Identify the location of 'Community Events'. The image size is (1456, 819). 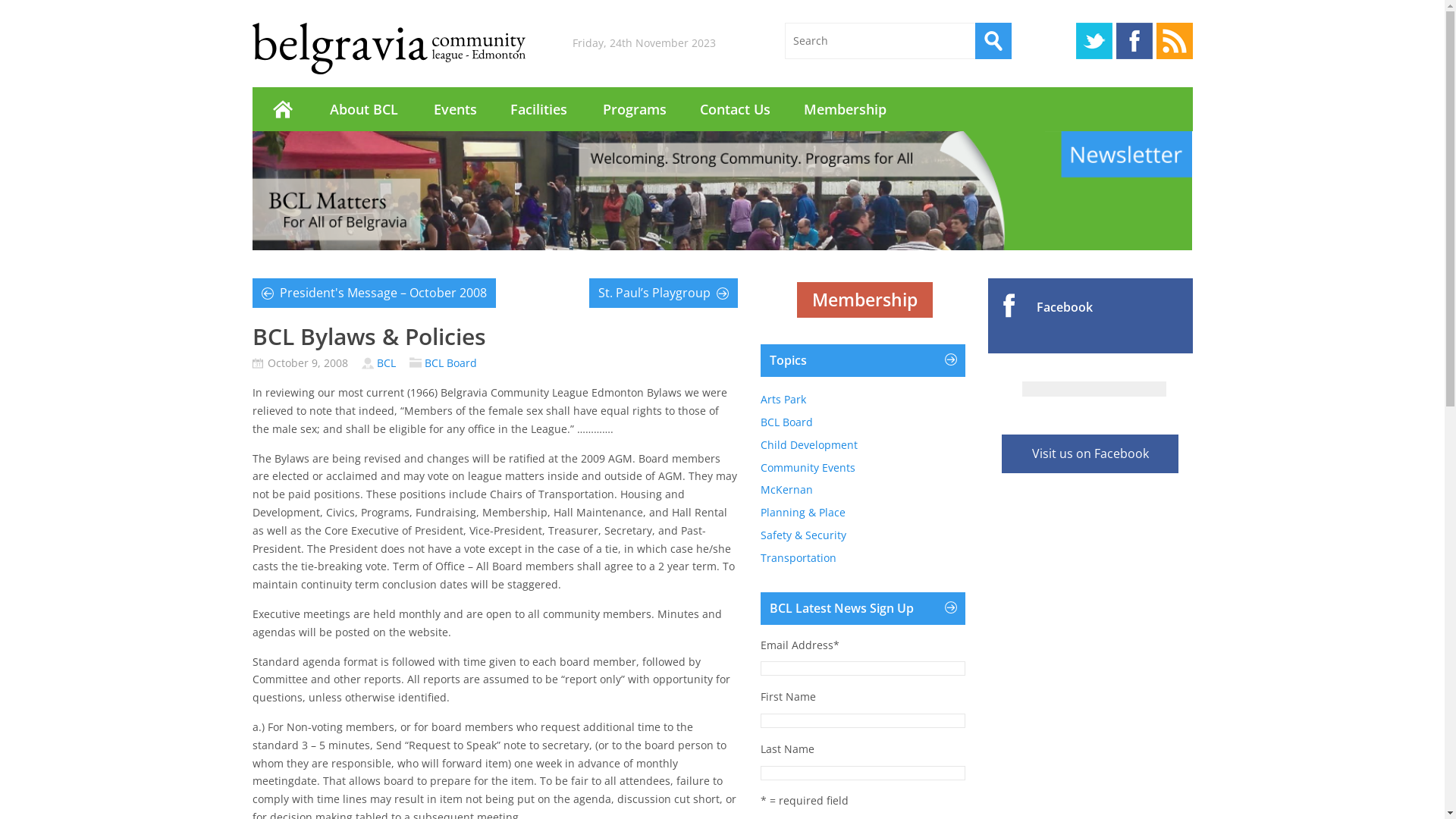
(806, 466).